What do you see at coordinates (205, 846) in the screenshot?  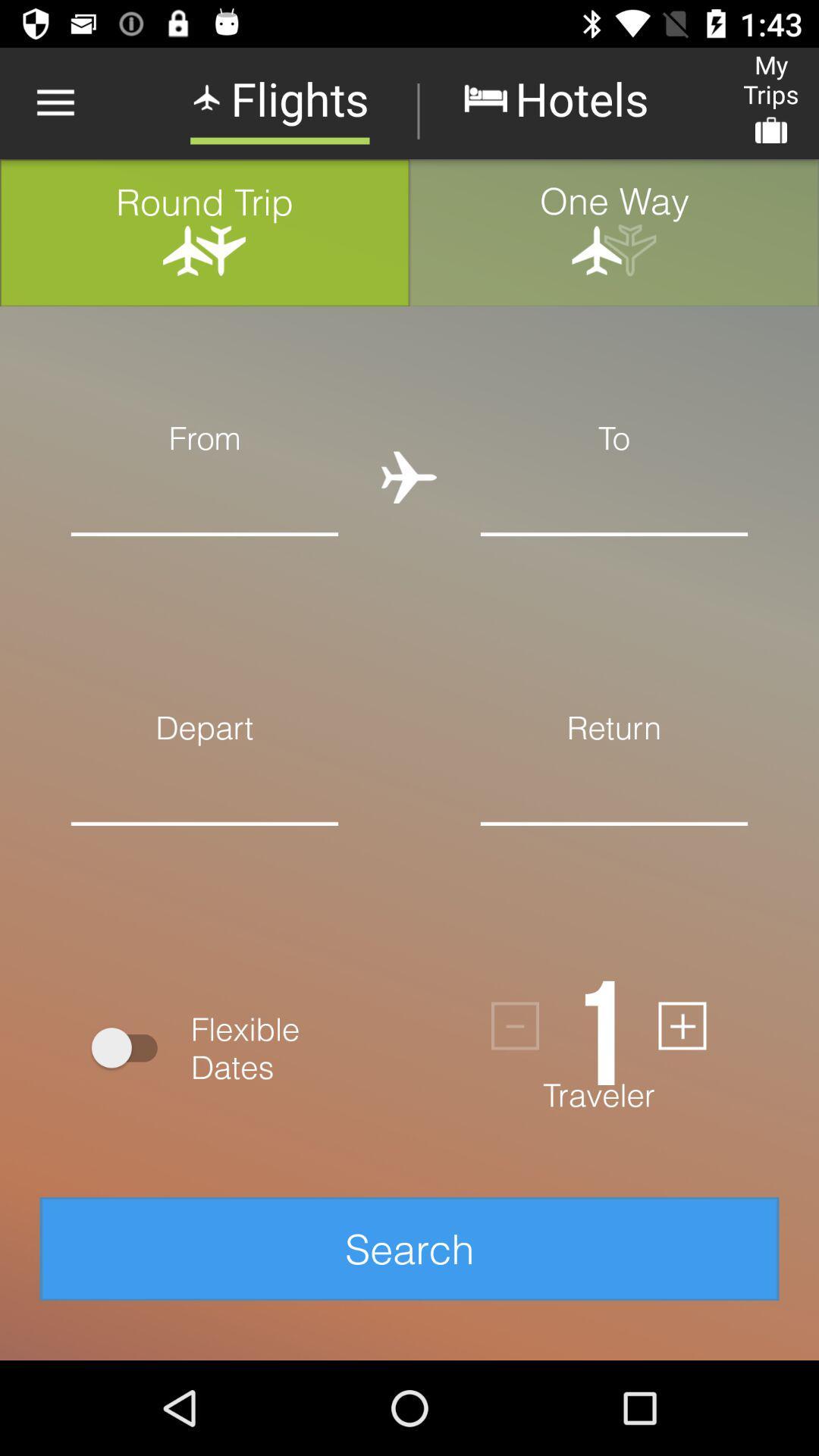 I see `departure entry` at bounding box center [205, 846].